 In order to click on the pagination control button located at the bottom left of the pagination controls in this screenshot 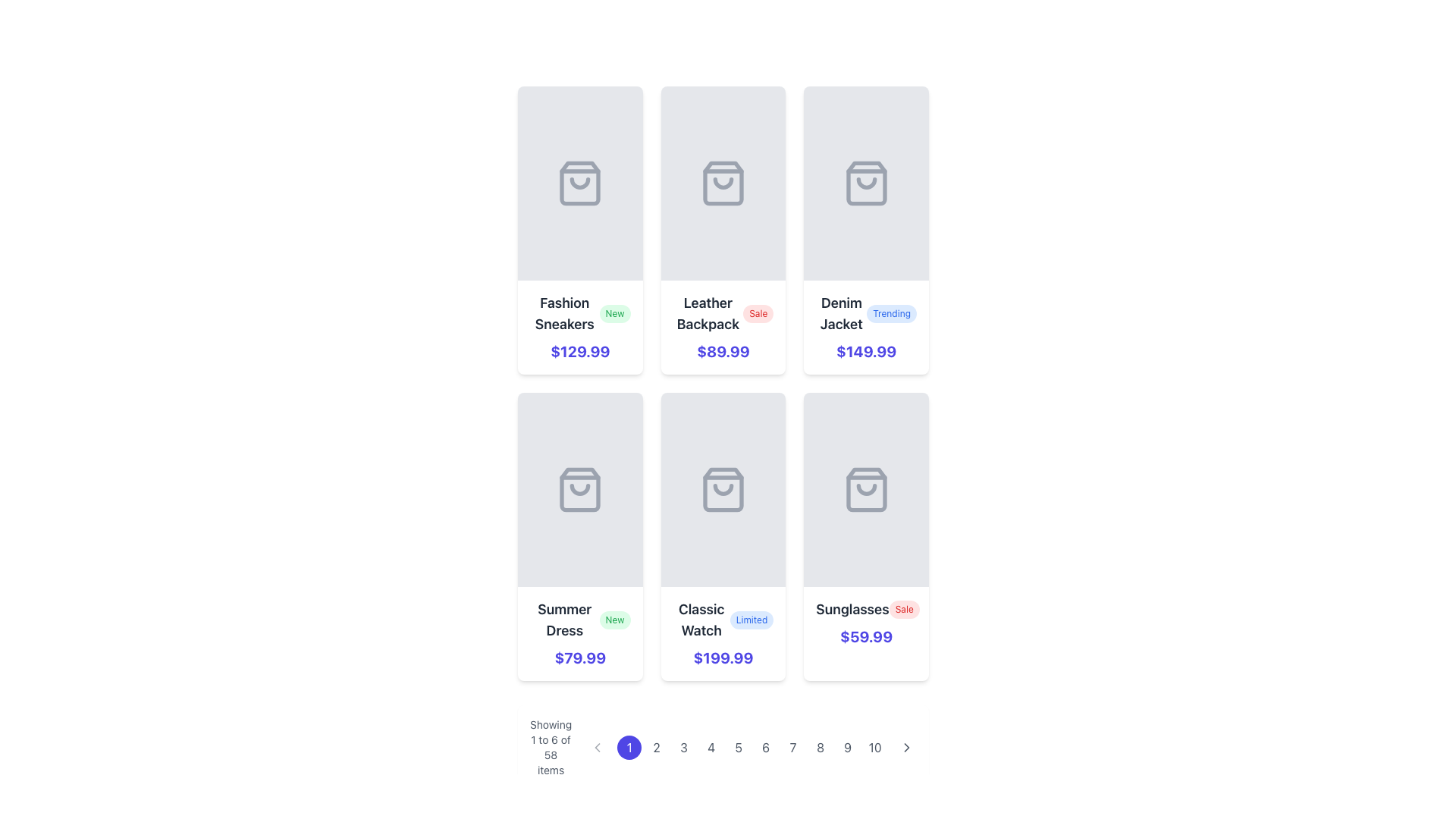, I will do `click(597, 747)`.